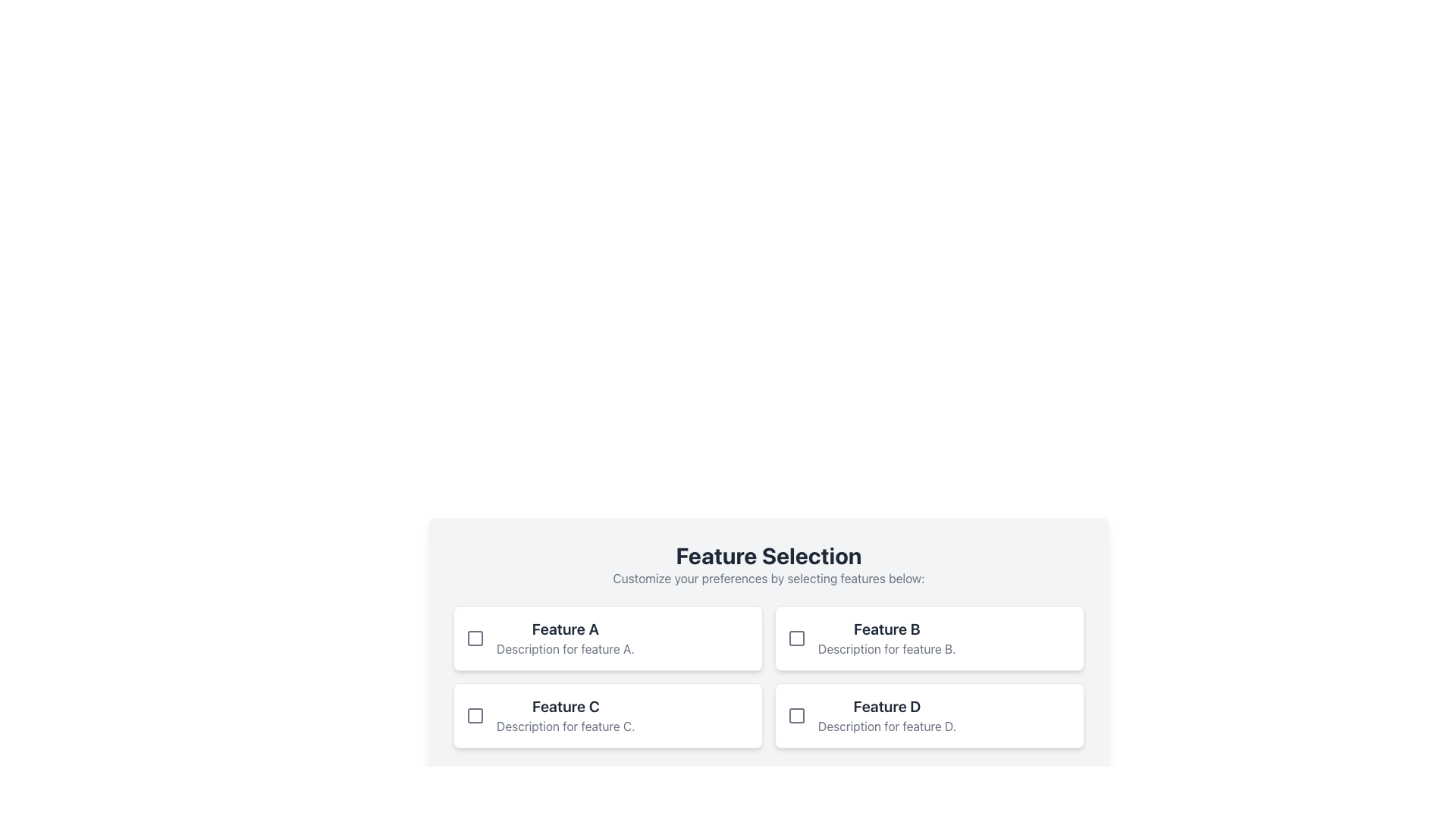 The image size is (1456, 819). I want to click on the 'Feature B' text element, which is a bold title followed by a descriptive text, so click(886, 638).